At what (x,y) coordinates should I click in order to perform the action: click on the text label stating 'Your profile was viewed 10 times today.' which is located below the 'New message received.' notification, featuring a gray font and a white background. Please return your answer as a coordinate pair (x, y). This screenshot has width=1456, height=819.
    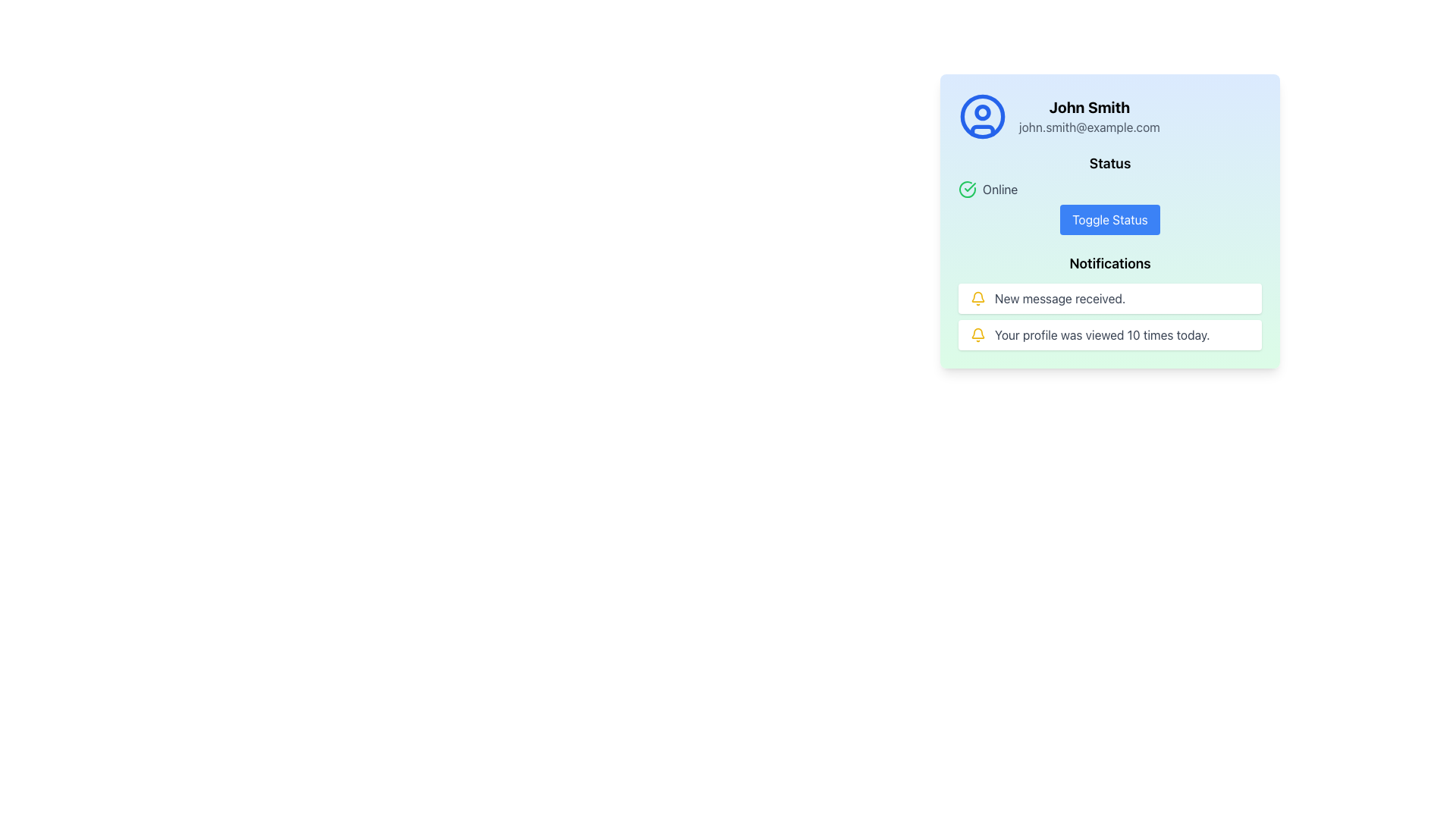
    Looking at the image, I should click on (1102, 334).